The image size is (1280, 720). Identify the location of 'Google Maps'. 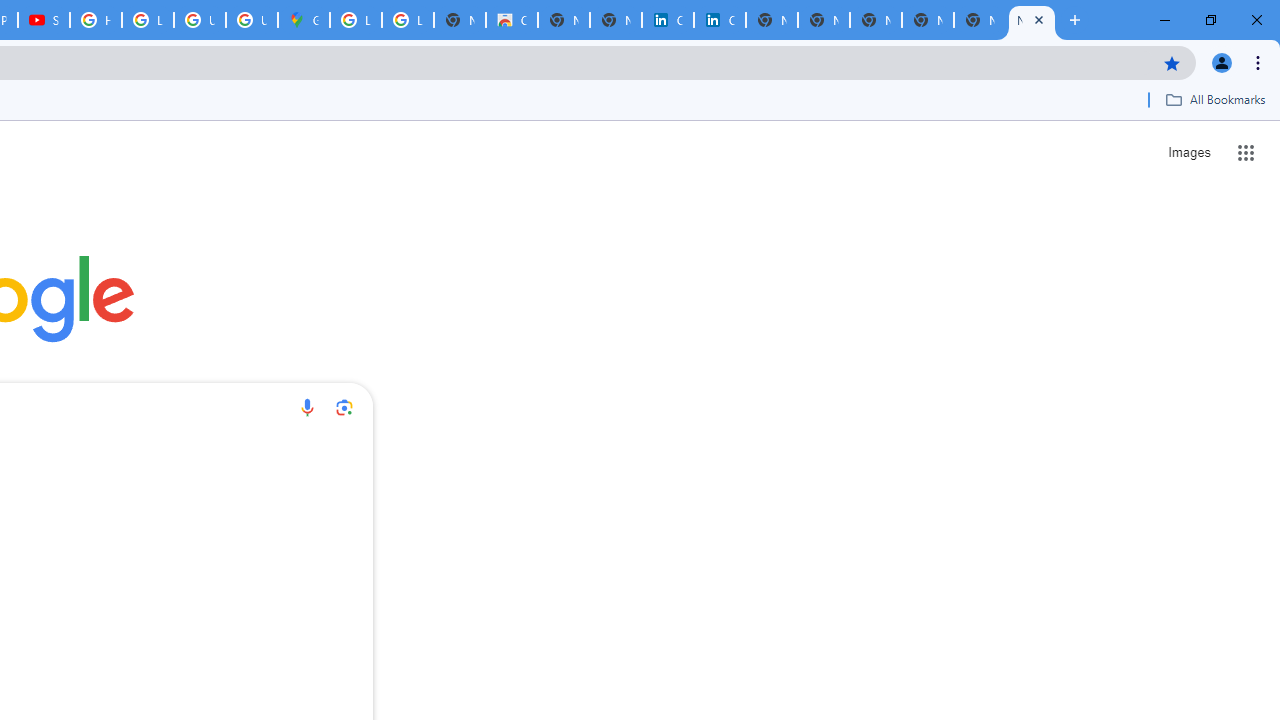
(303, 20).